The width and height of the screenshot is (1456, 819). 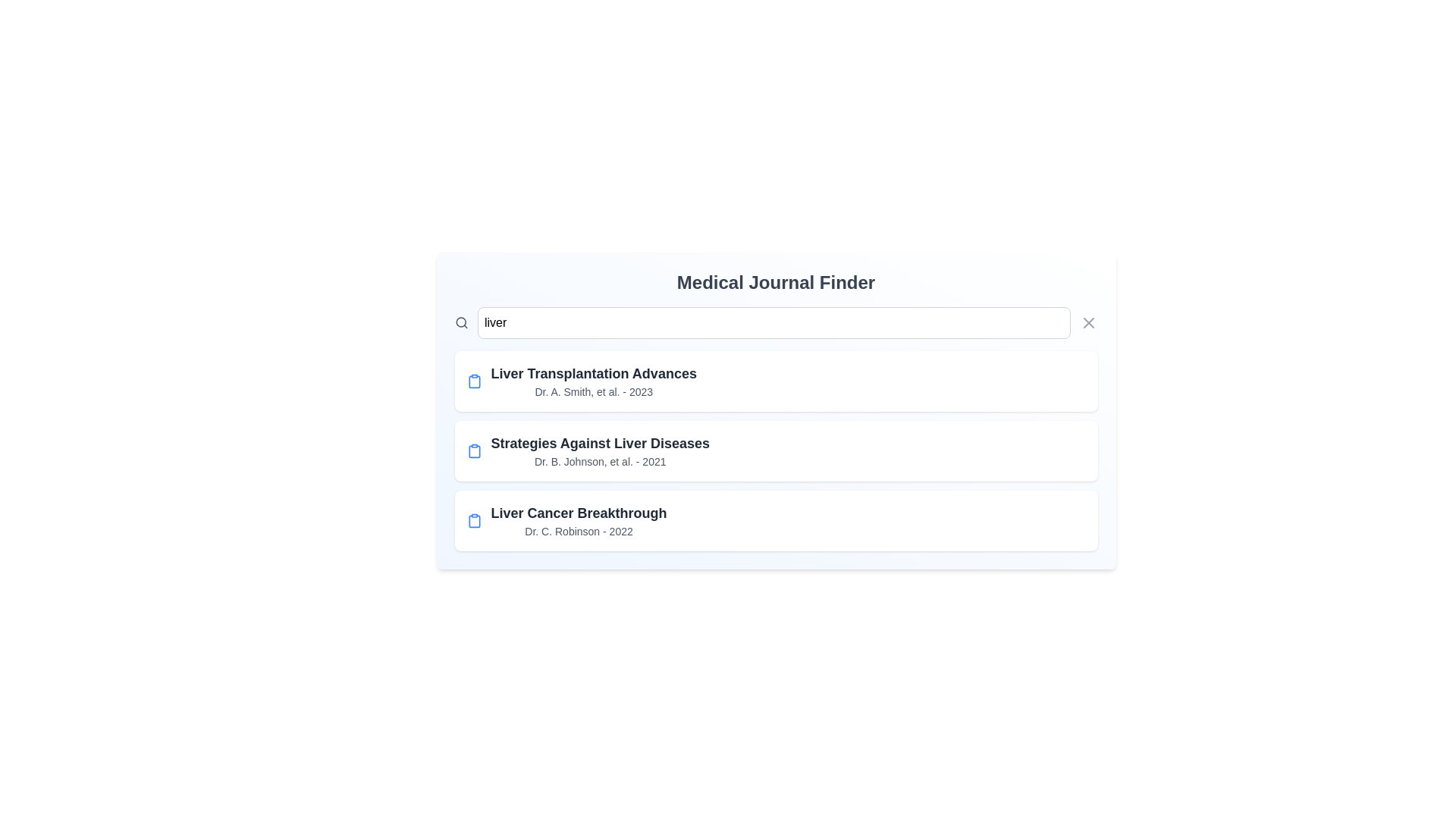 I want to click on the text label that serves as the title for the first search result entry under 'Medical Journal Finder', so click(x=593, y=374).